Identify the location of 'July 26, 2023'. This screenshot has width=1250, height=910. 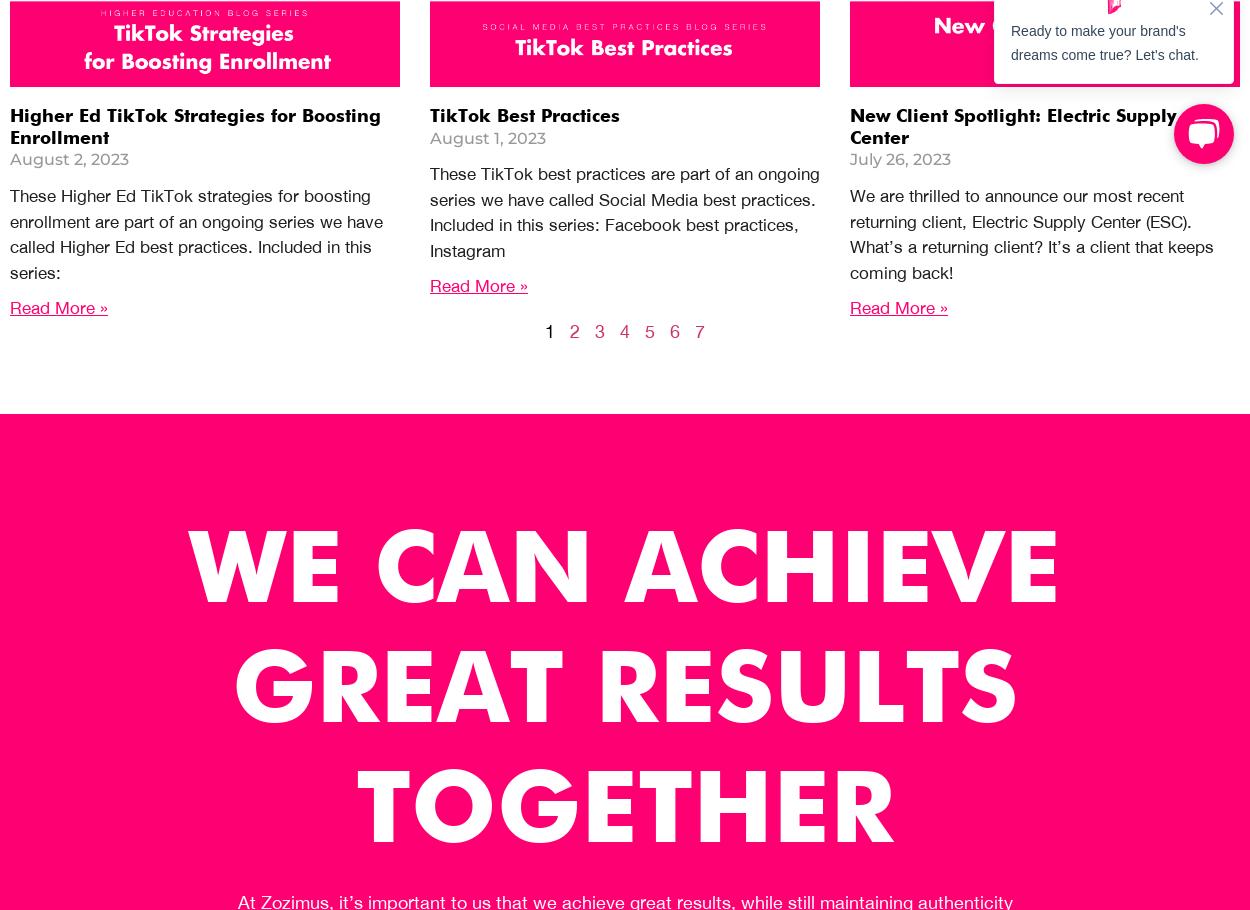
(900, 158).